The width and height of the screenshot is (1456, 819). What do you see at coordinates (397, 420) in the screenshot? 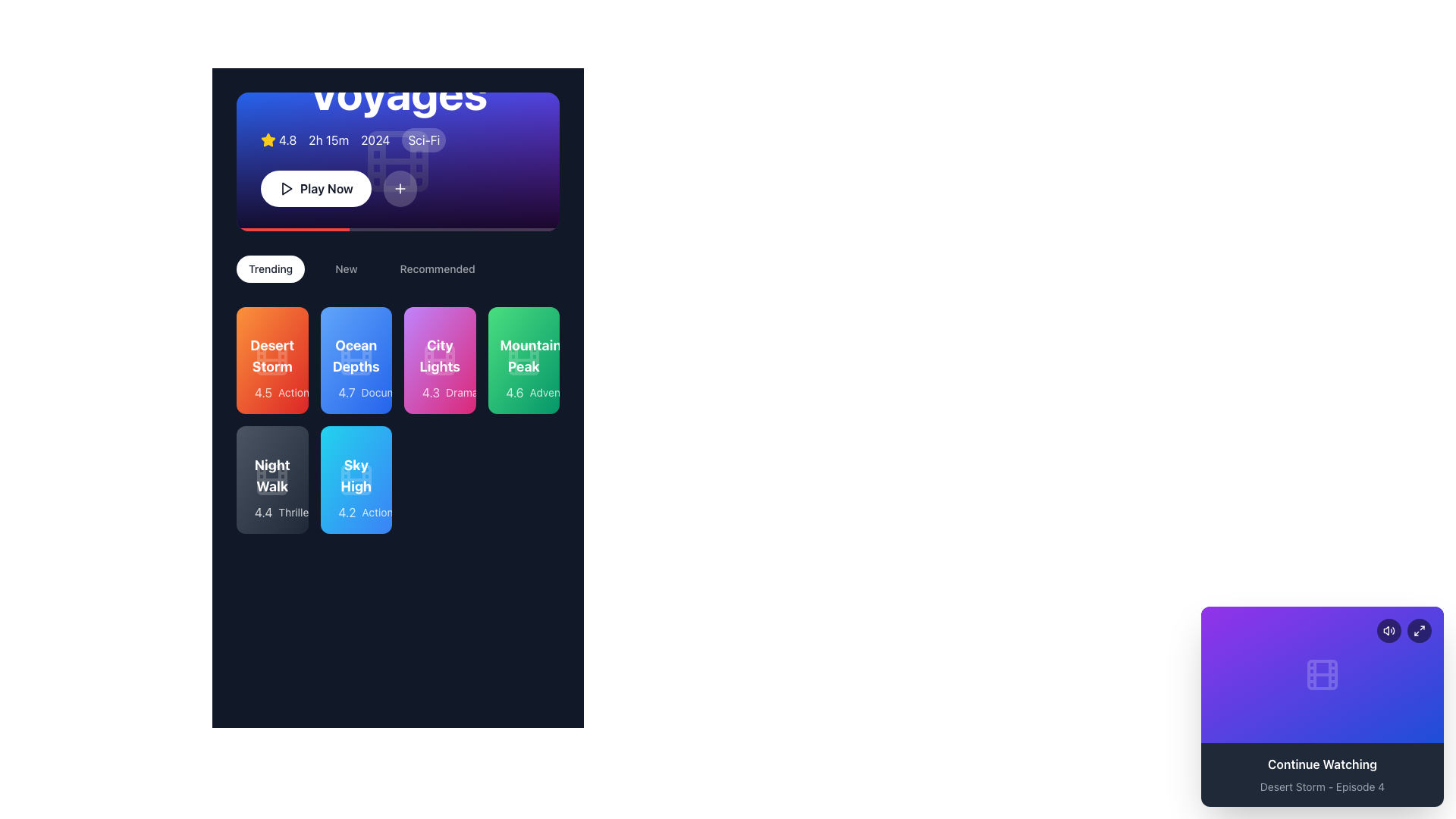
I see `a specific movie card within the 'Trending' grid layout` at bounding box center [397, 420].